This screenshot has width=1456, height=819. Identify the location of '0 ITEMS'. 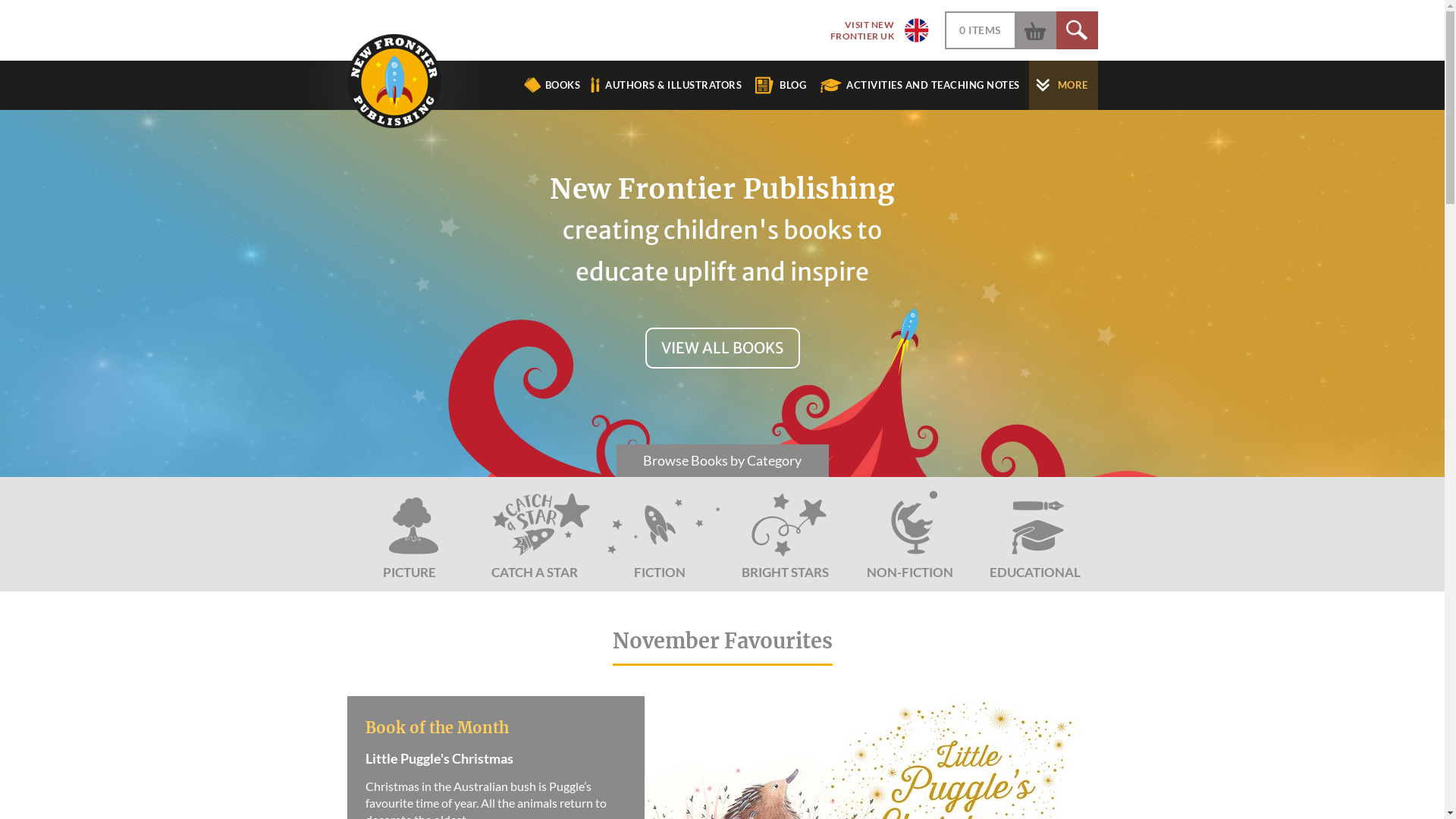
(959, 30).